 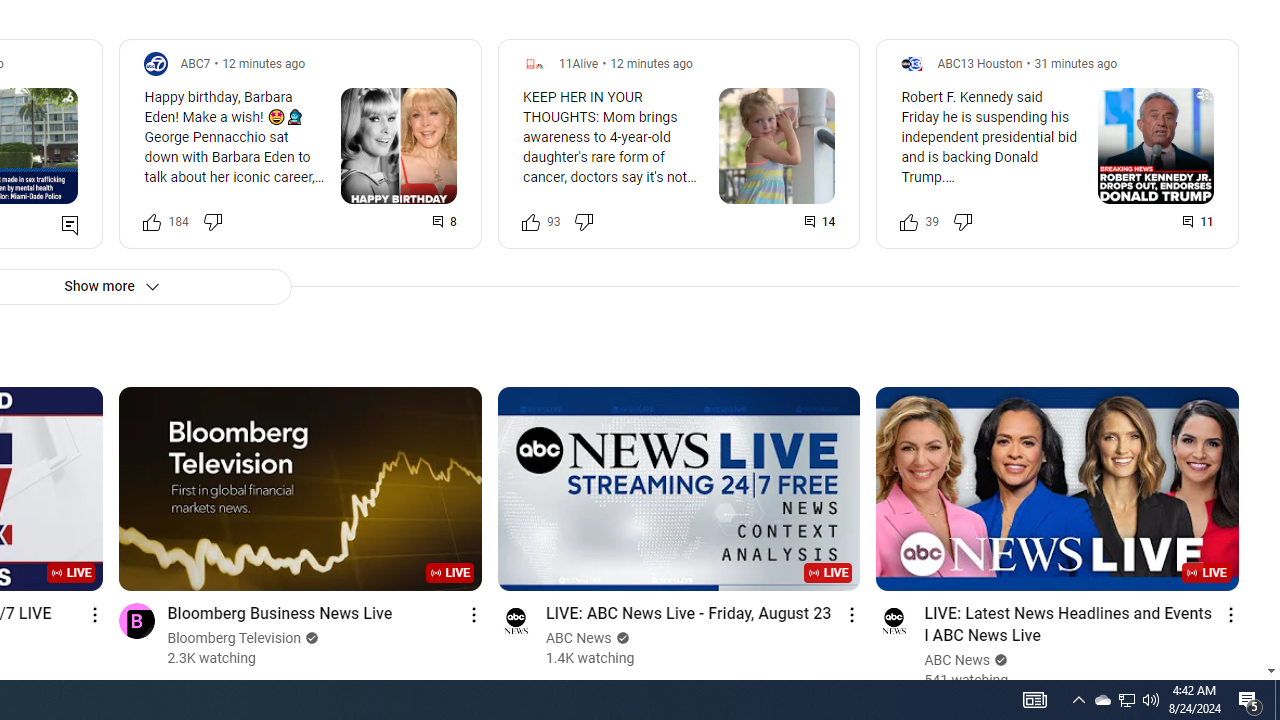 I want to click on 'ABC7', so click(x=195, y=62).